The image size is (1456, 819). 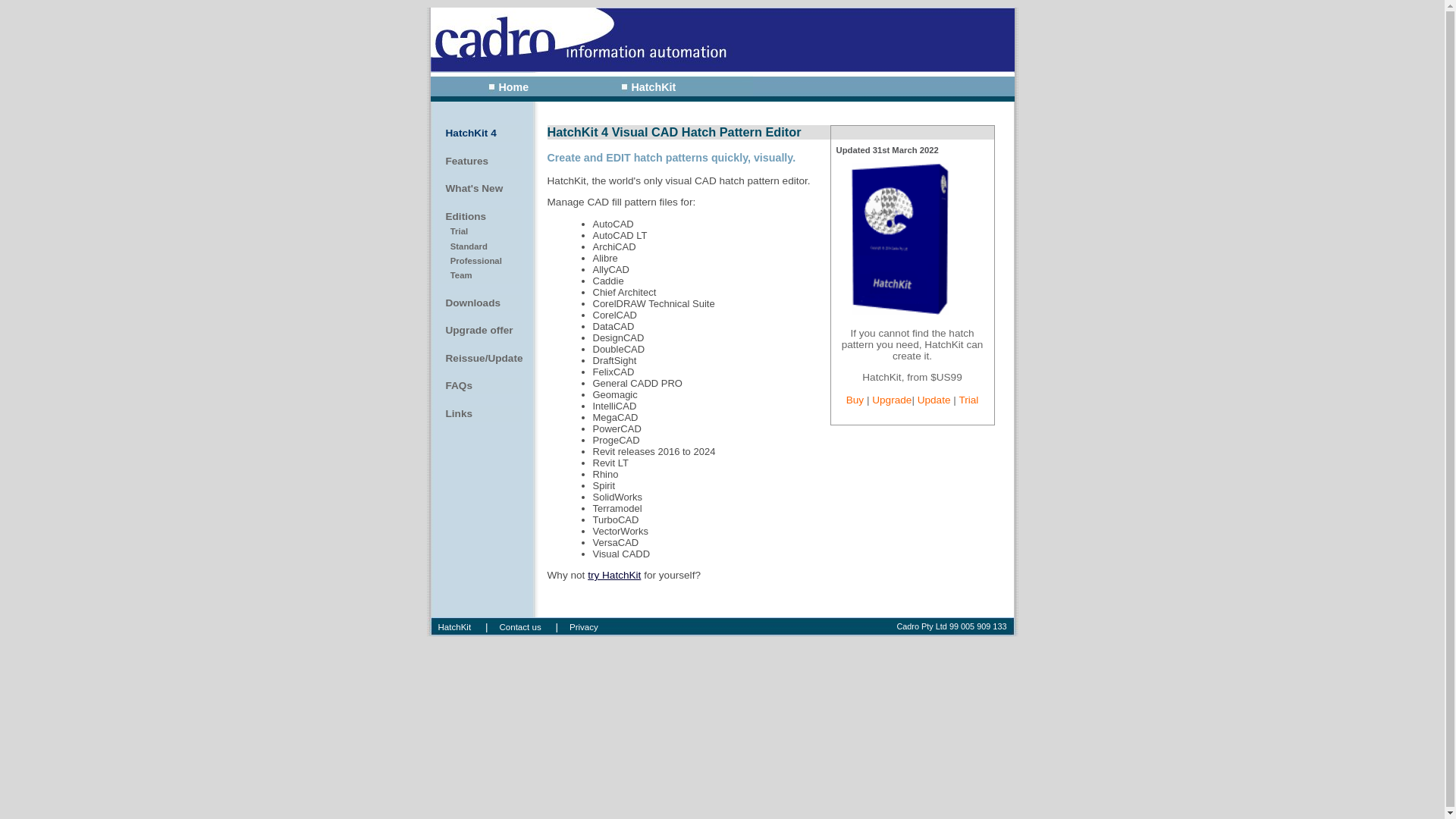 What do you see at coordinates (479, 329) in the screenshot?
I see `'Upgrade offer'` at bounding box center [479, 329].